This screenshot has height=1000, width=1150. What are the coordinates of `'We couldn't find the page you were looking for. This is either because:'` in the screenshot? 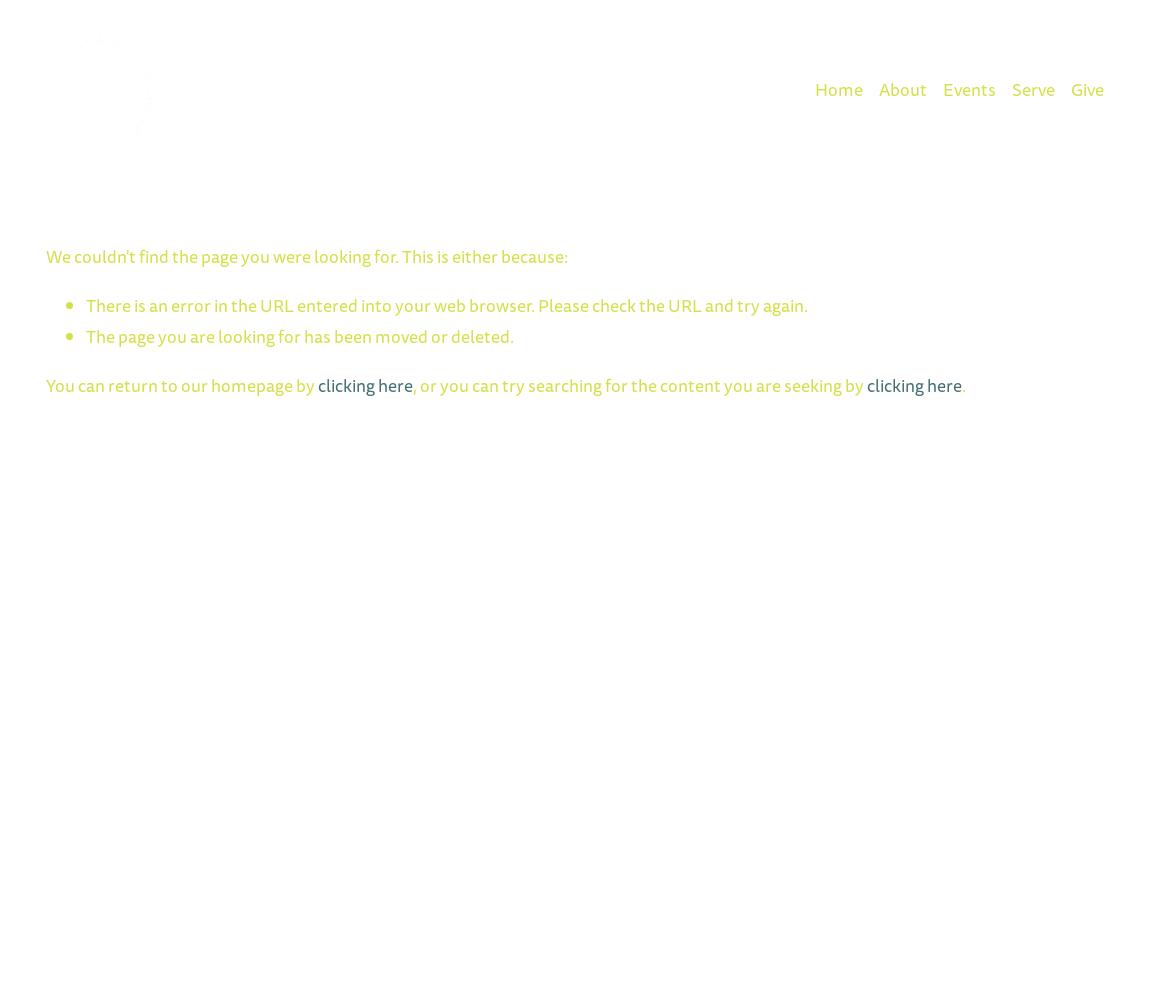 It's located at (307, 255).